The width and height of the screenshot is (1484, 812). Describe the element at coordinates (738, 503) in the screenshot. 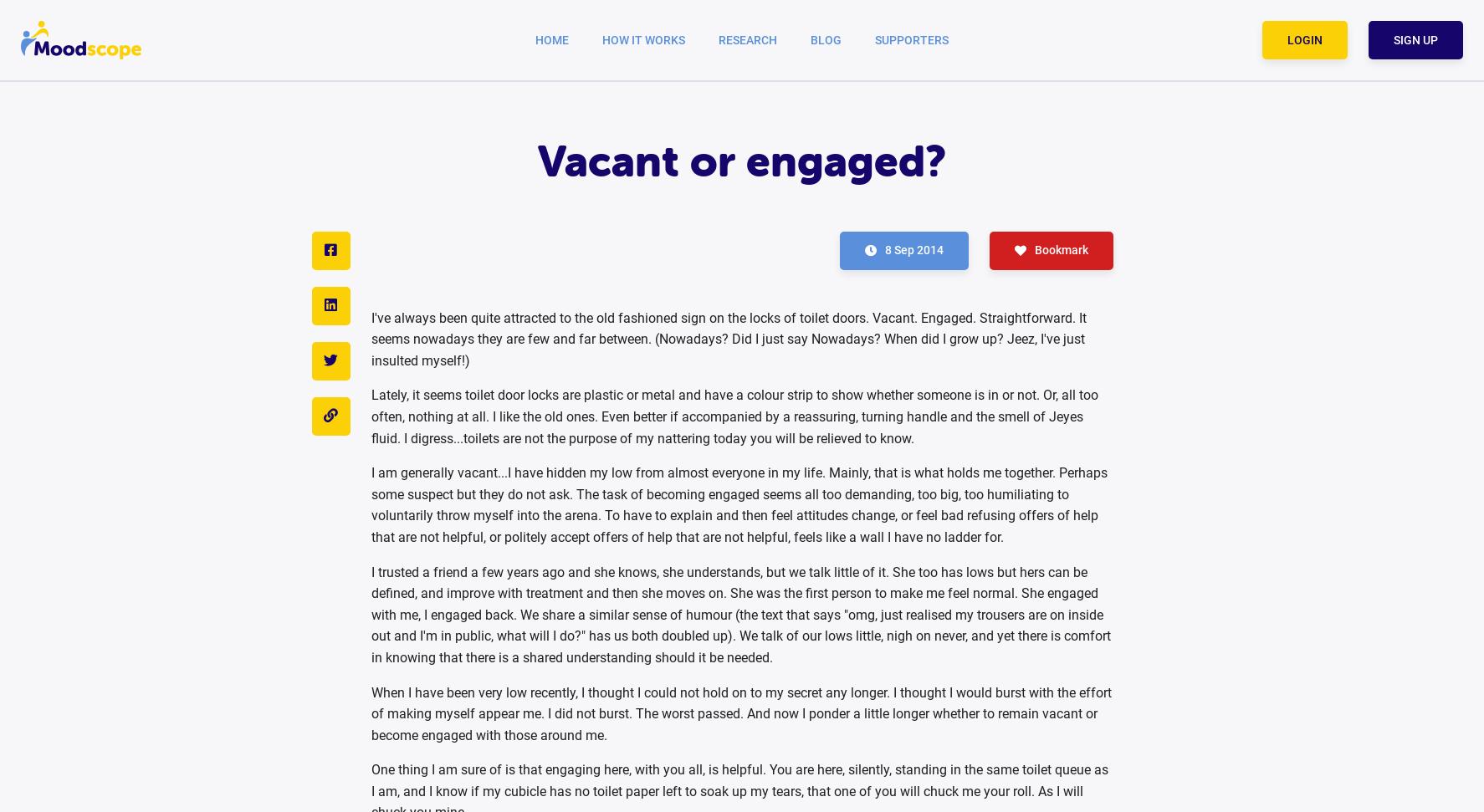

I see `'I am generally vacant...I have hidden my low from almost everyone in my life. Mainly, that is what holds me together. Perhaps some suspect but they do not ask. The task of becoming engaged seems all too demanding, too big, too humiliating to voluntarily throw myself into the arena. To have to explain and then feel attitudes change, or feel bad refusing offers of help that are not helpful, or politely accept offers of help that are not helpful, feels like a wall I have no ladder for.'` at that location.